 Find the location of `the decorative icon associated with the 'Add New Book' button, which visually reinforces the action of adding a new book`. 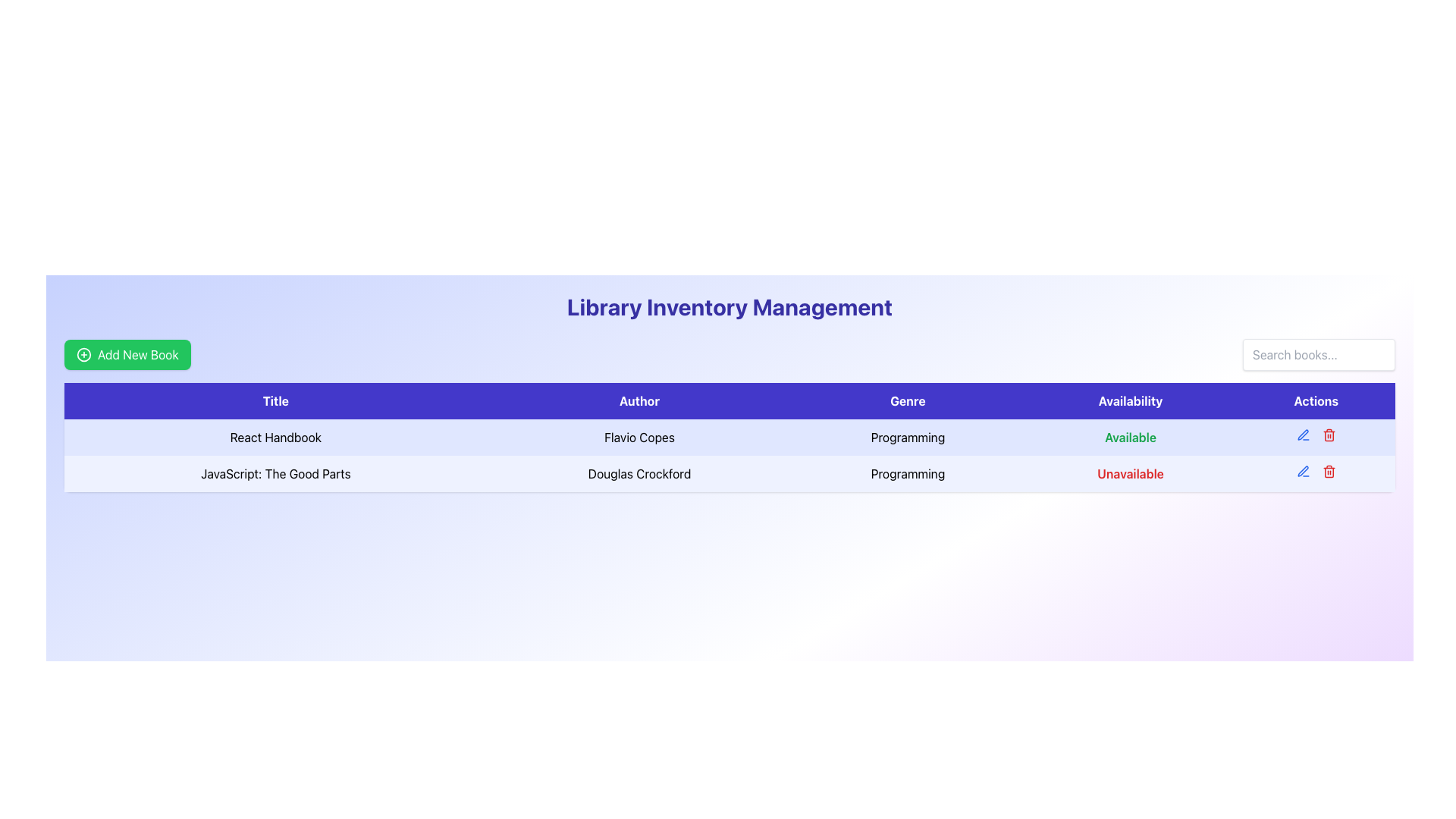

the decorative icon associated with the 'Add New Book' button, which visually reinforces the action of adding a new book is located at coordinates (83, 354).